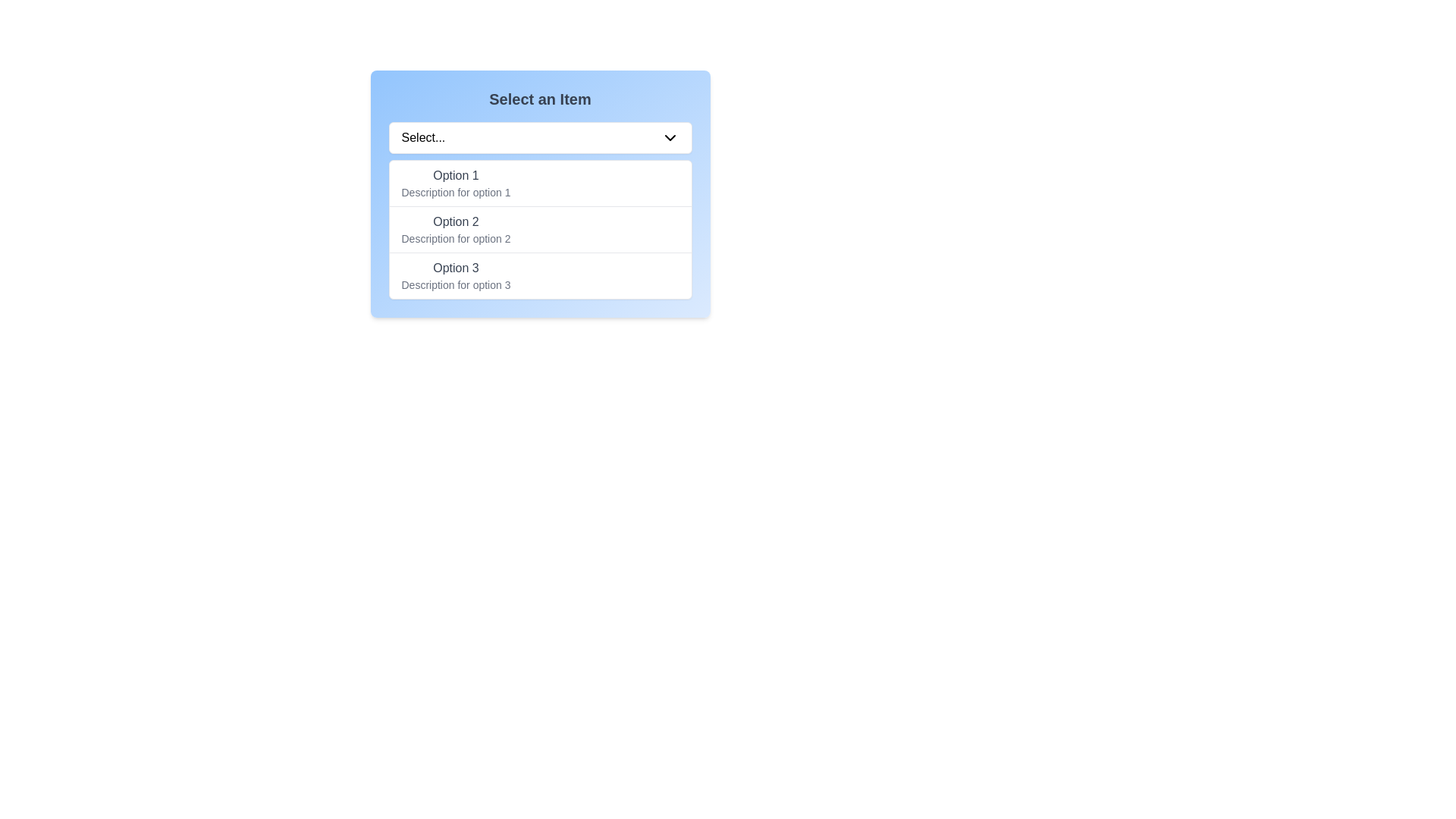  I want to click on the label that displays the bolded text 'Option 2', which is styled with a medium font size and gray coloring, located in the second row of the dropdown or selection list, so click(455, 222).